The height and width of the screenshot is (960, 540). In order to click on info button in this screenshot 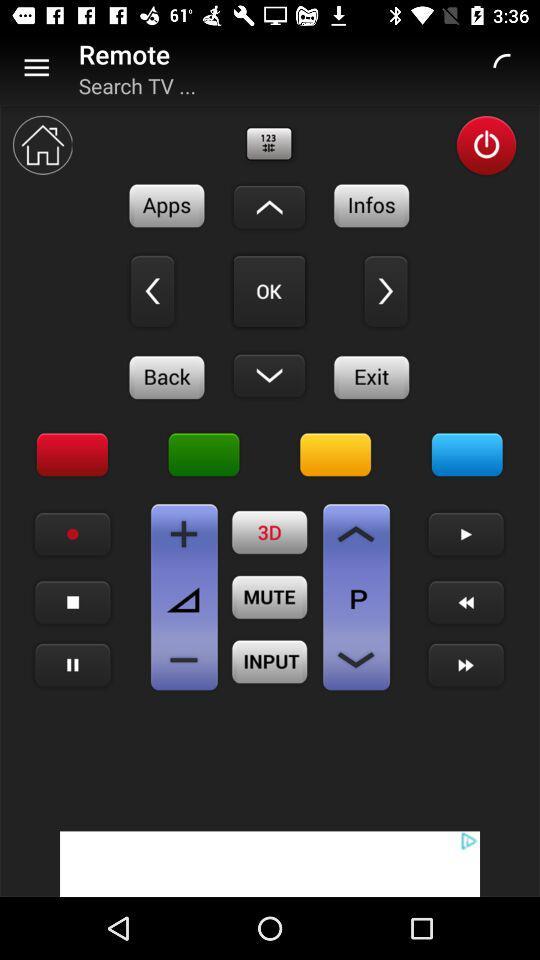, I will do `click(372, 205)`.